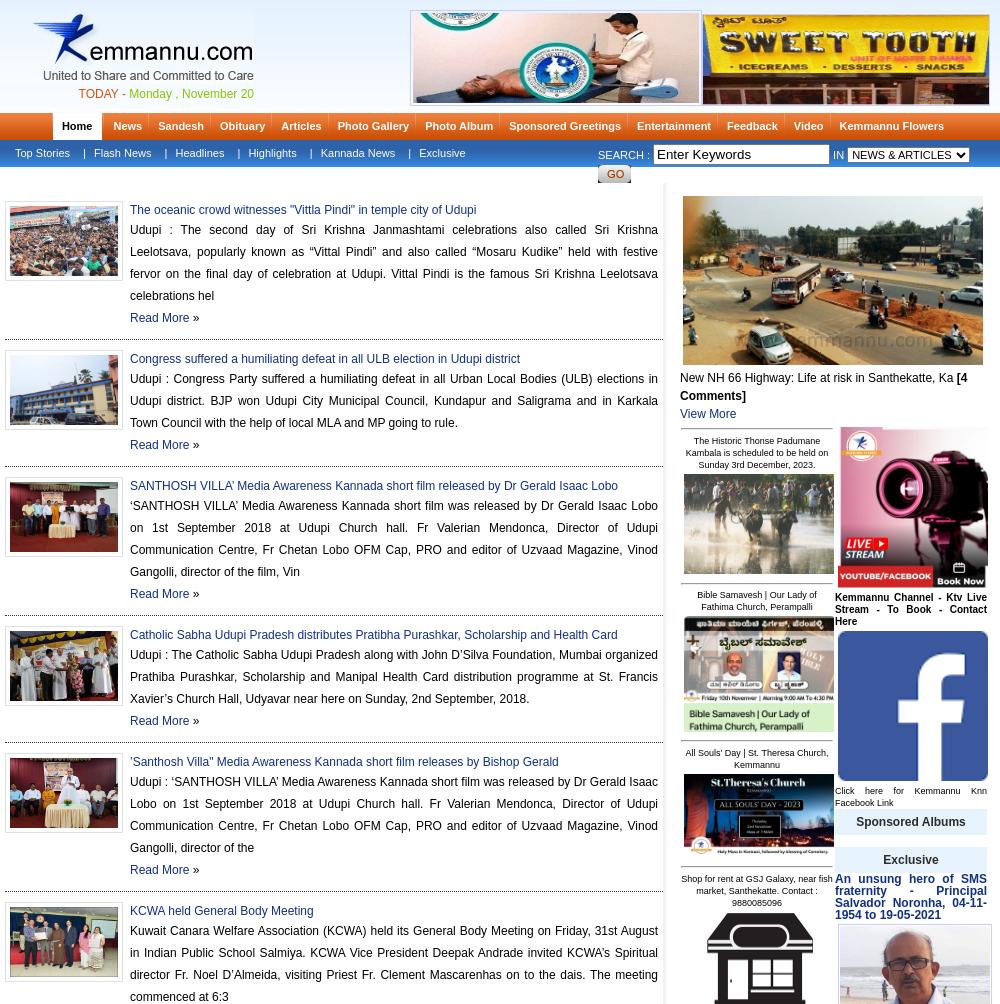 This screenshot has width=1000, height=1004. I want to click on 'Headlines', so click(198, 152).